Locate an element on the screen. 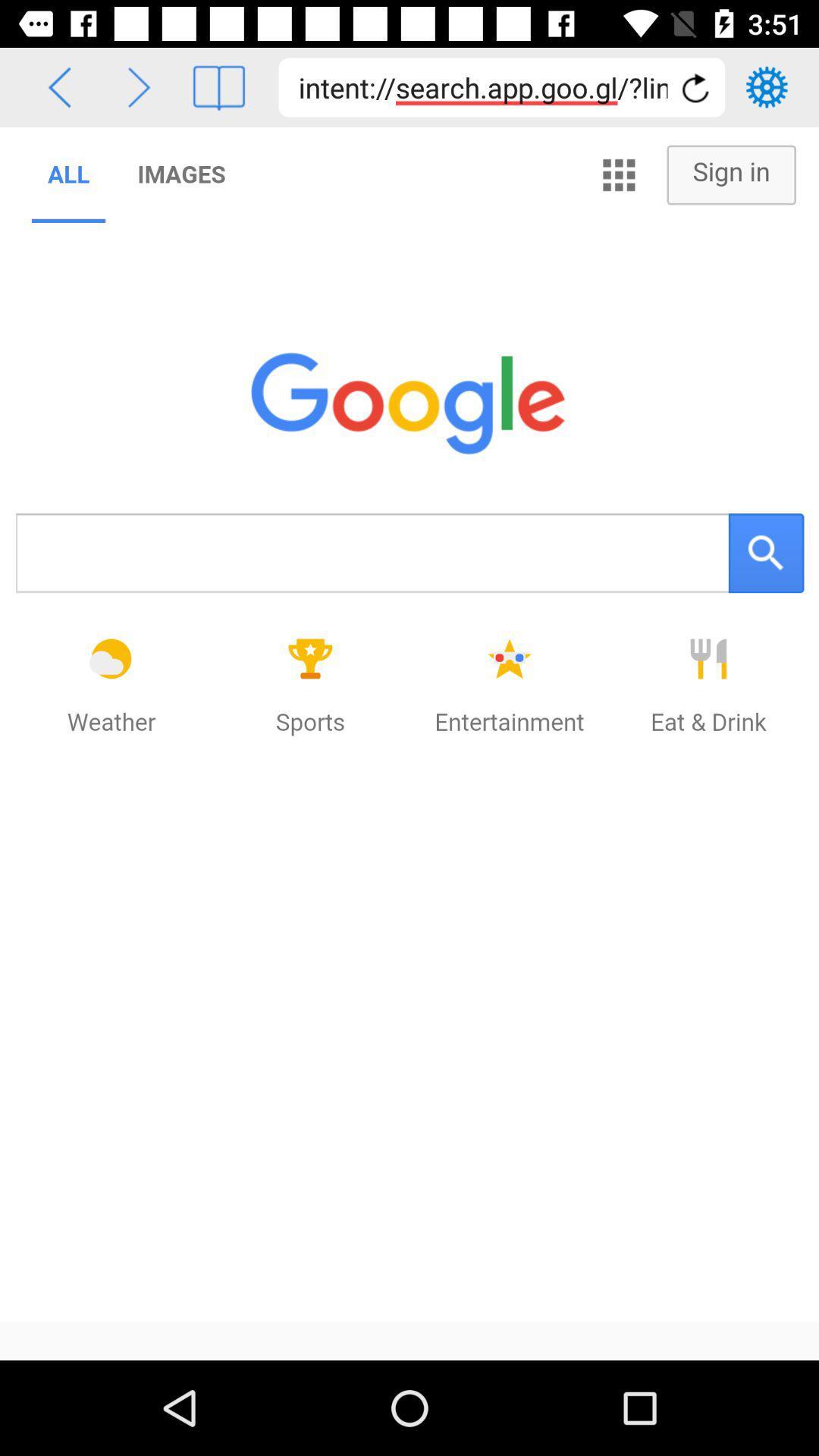 This screenshot has width=819, height=1456. menu page is located at coordinates (218, 86).